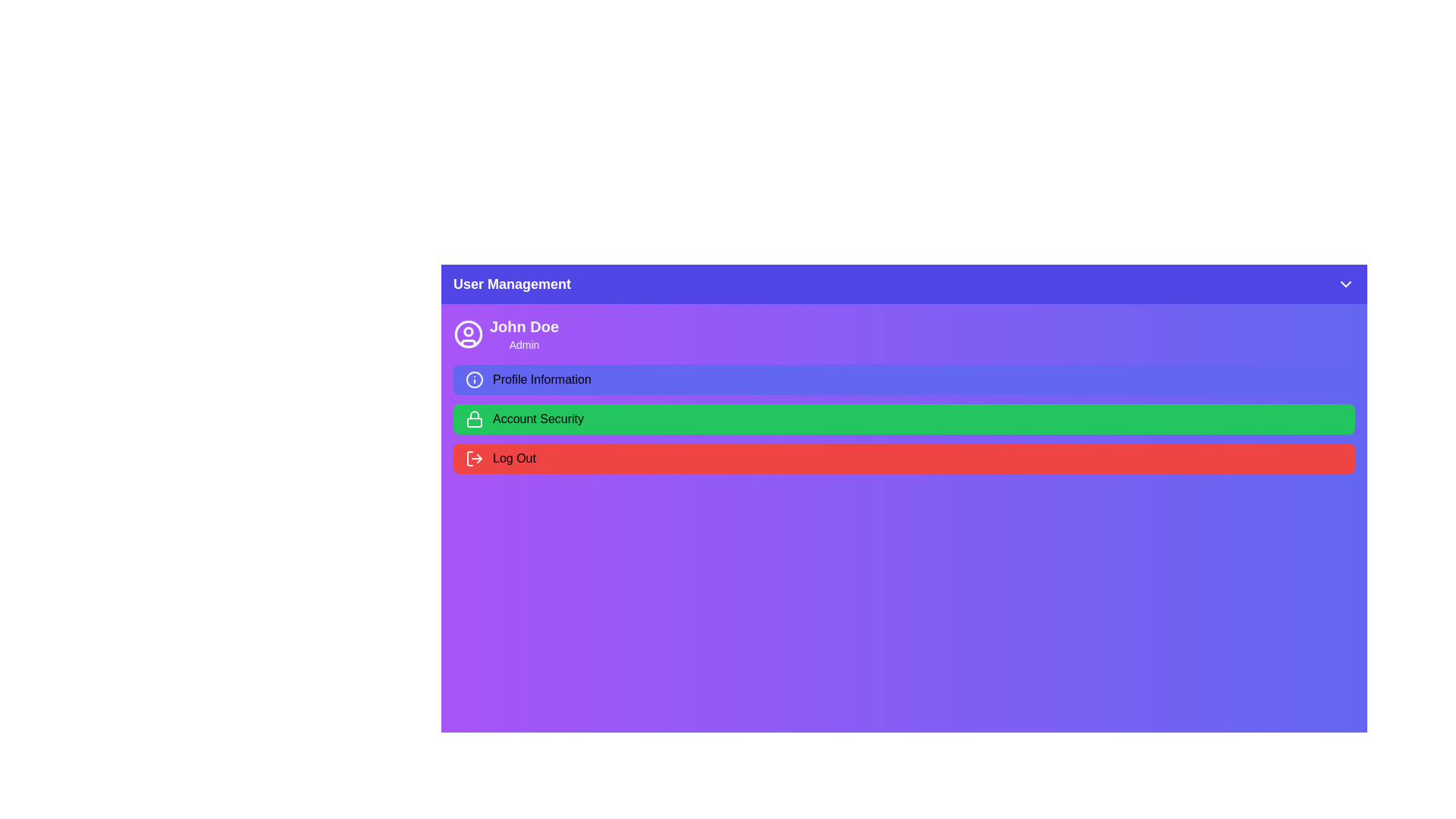  What do you see at coordinates (904, 458) in the screenshot?
I see `the 'Log Out' button to sign out` at bounding box center [904, 458].